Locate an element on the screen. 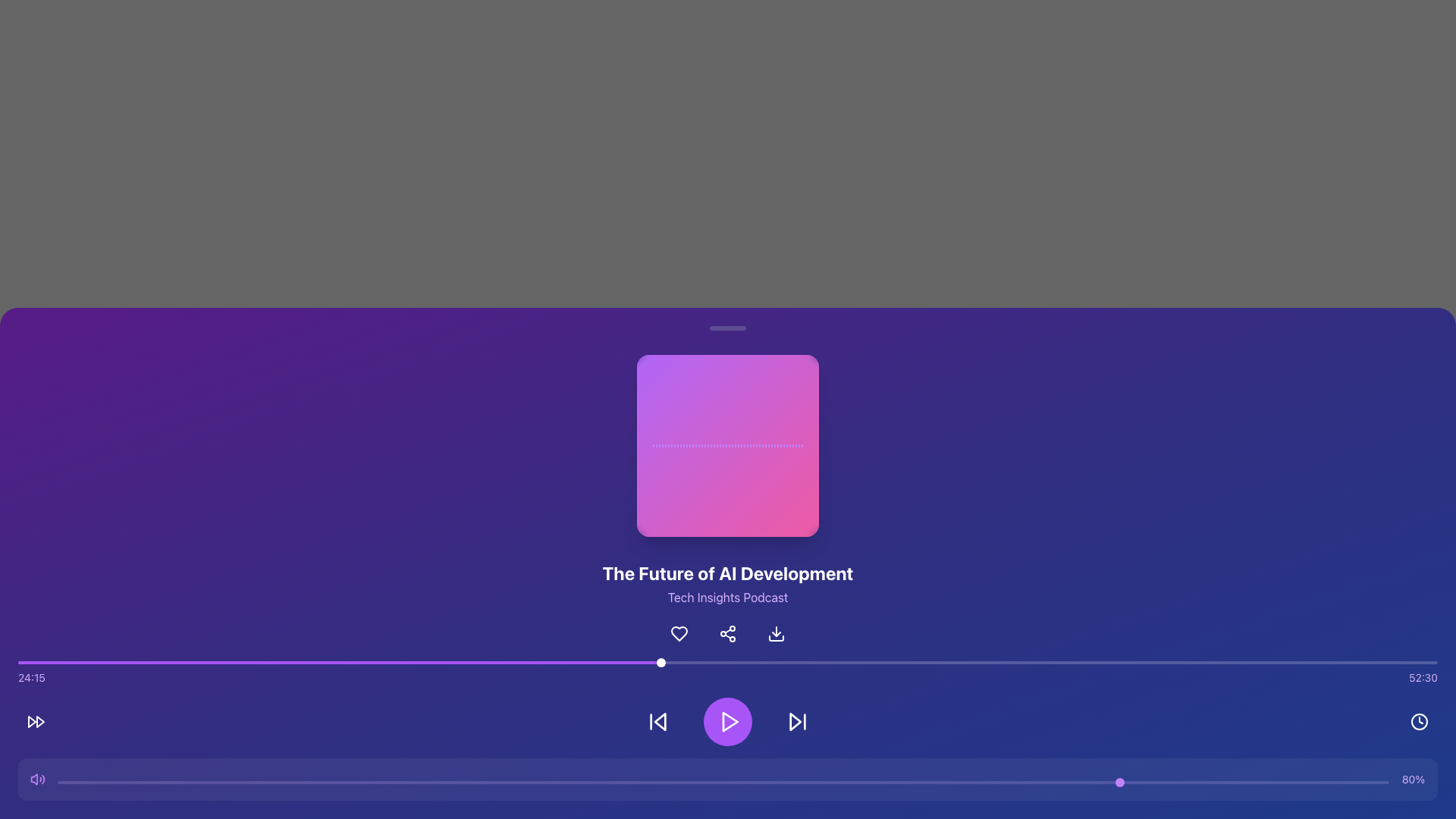  the forward-skip icon button, which is the third button from the left in the control buttons layout is located at coordinates (796, 721).